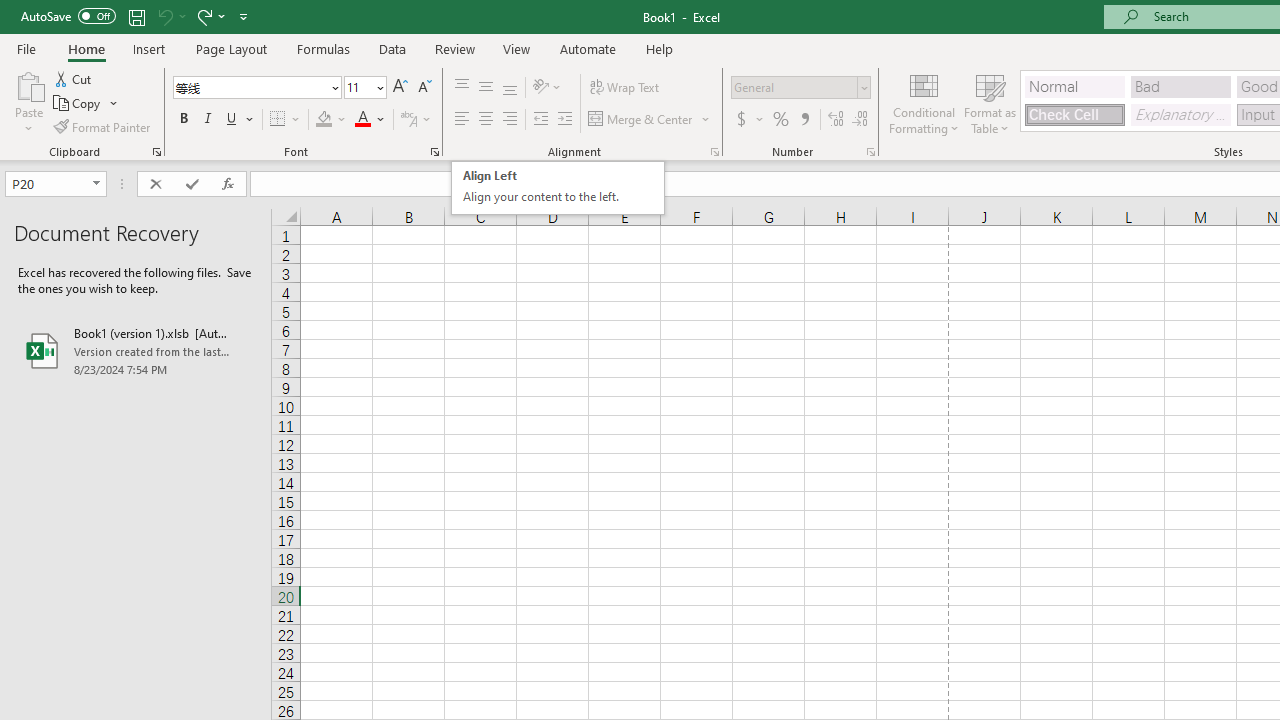 The width and height of the screenshot is (1280, 720). I want to click on 'Merge & Center', so click(650, 119).